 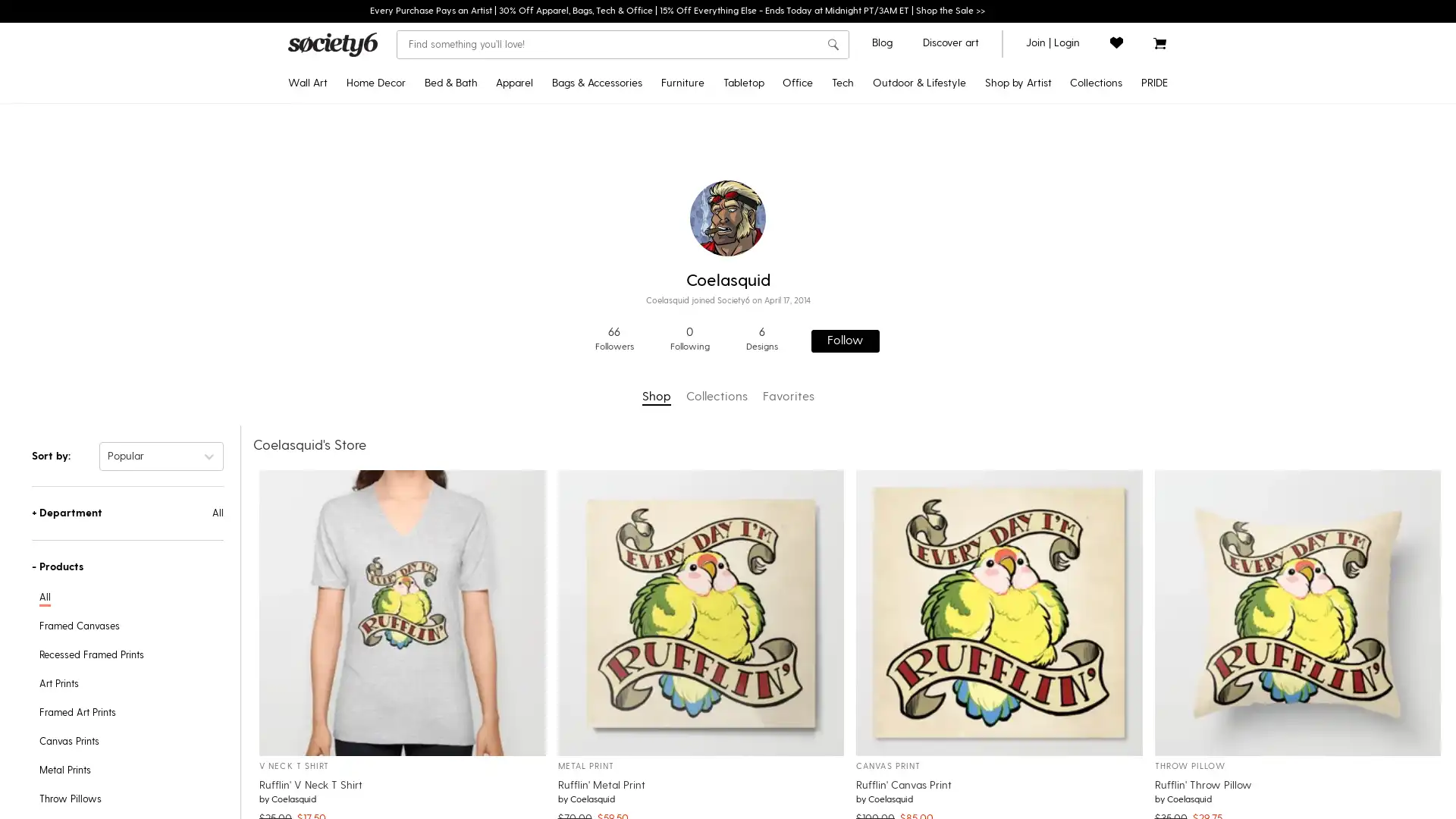 What do you see at coordinates (307, 83) in the screenshot?
I see `Wall Art` at bounding box center [307, 83].